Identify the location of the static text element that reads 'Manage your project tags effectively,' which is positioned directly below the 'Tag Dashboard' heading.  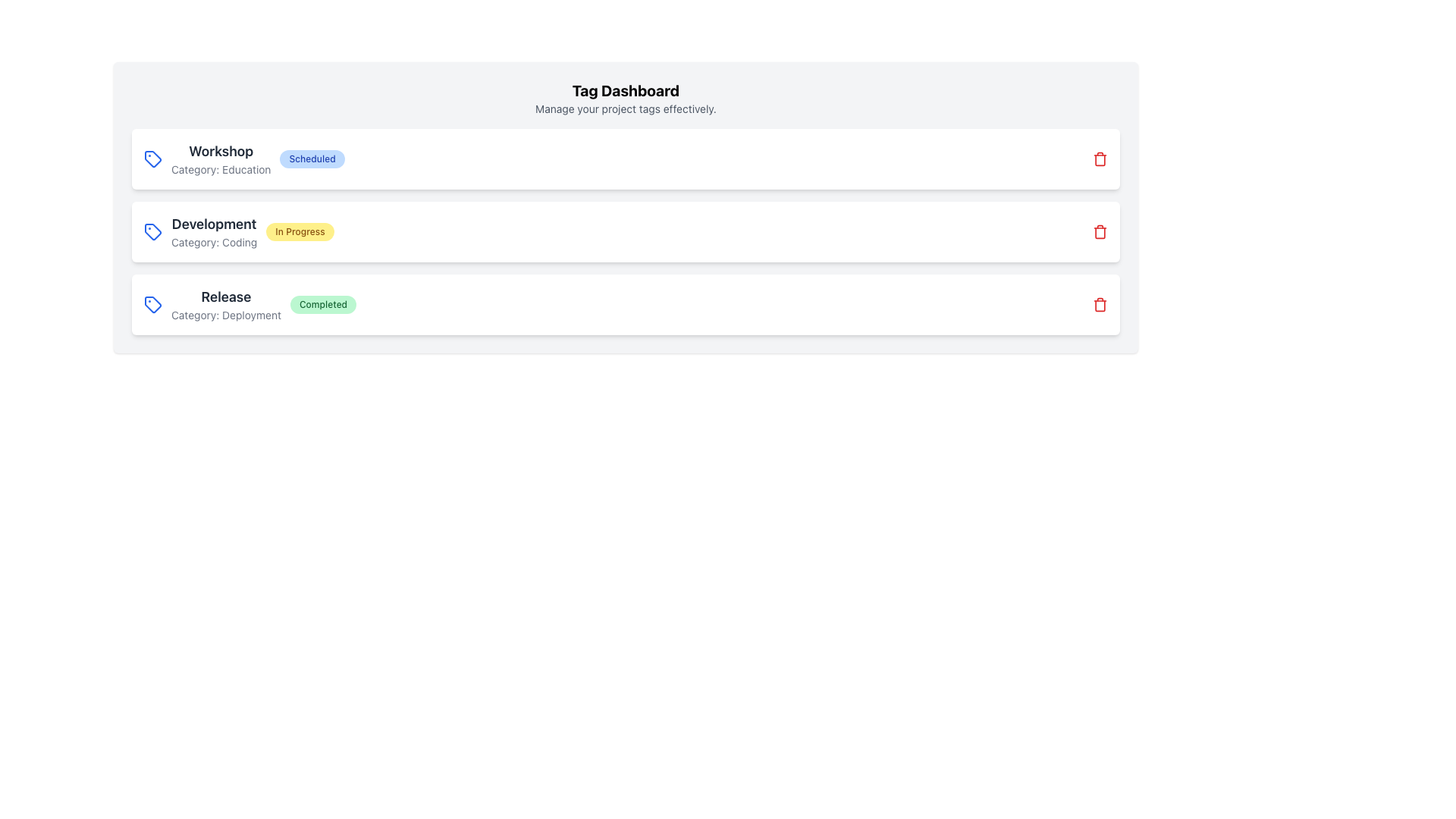
(626, 108).